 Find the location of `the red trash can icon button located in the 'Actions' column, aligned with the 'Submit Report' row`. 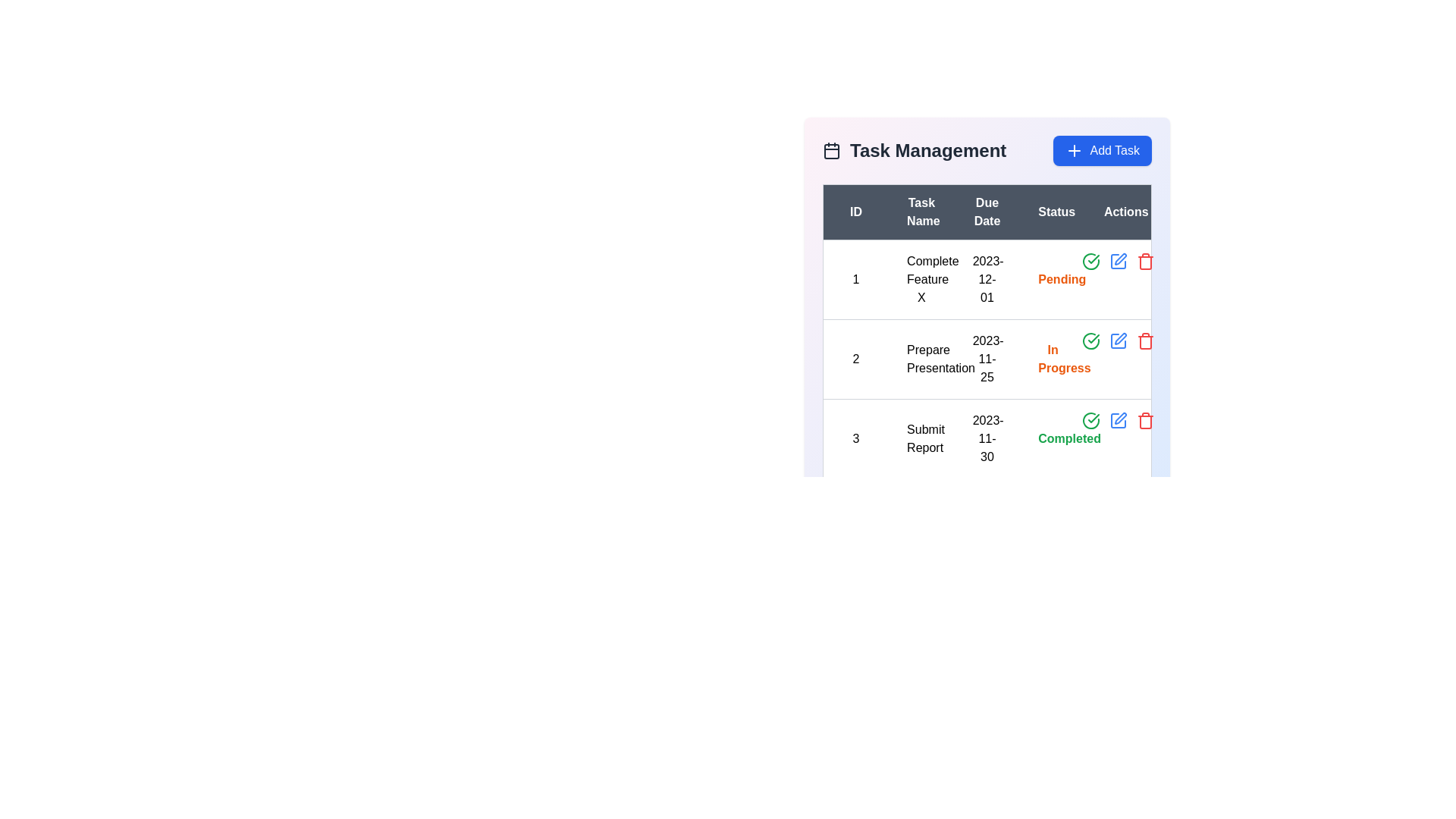

the red trash can icon button located in the 'Actions' column, aligned with the 'Submit Report' row is located at coordinates (1145, 341).